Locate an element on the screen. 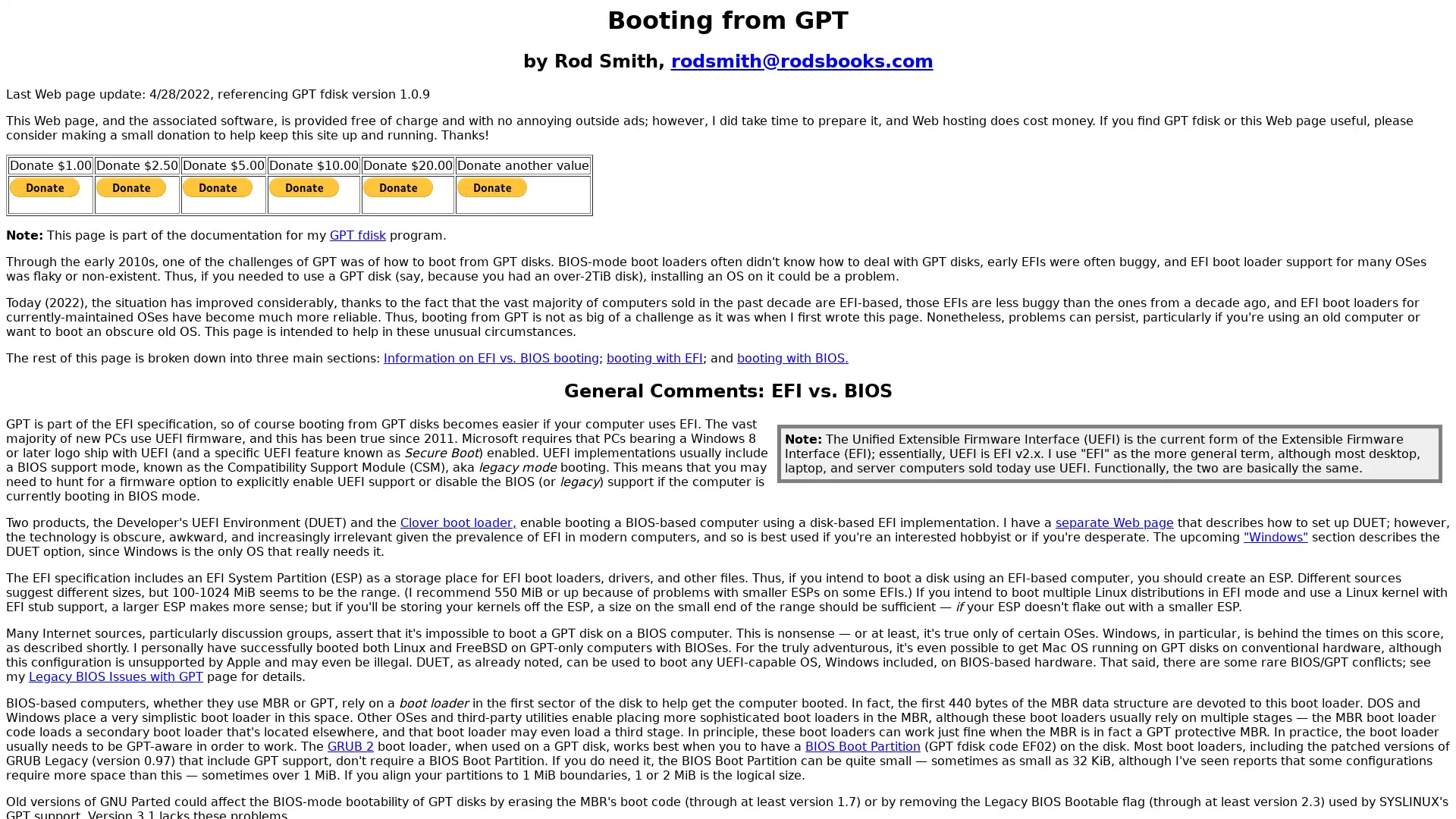  PayPal - The safer, easier way to pay online! is located at coordinates (491, 186).